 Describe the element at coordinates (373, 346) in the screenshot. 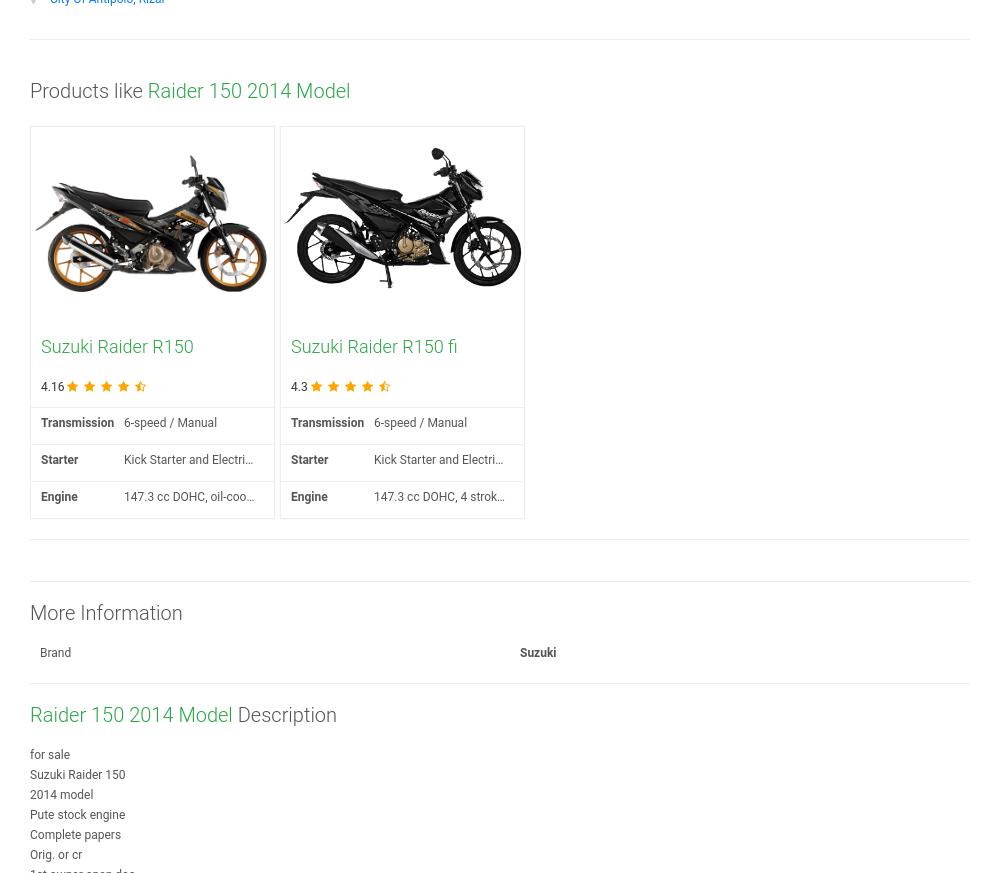

I see `'Suzuki Raider R150 fi'` at that location.